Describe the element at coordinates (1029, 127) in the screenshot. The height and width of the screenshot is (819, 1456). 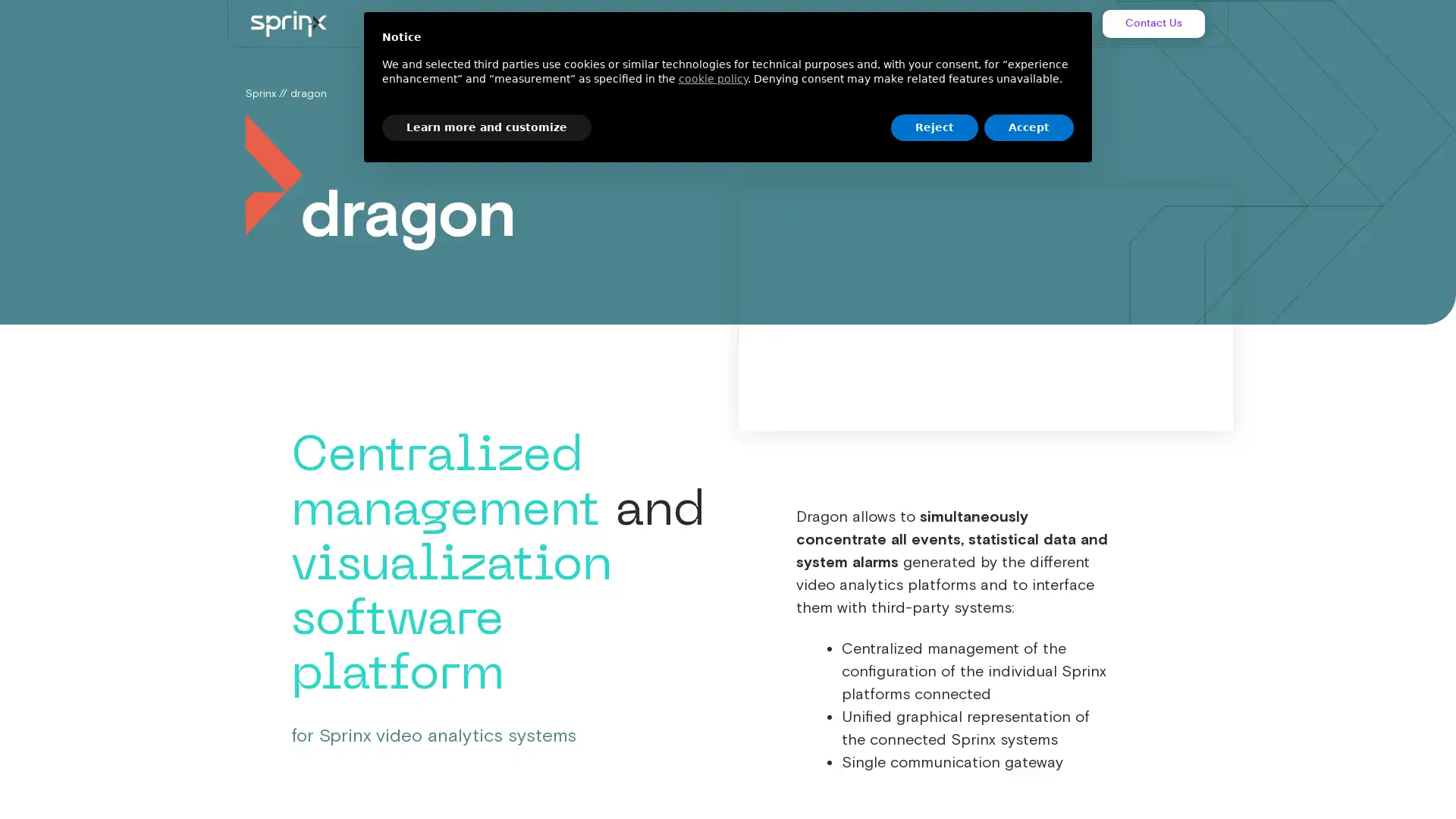
I see `Accept` at that location.